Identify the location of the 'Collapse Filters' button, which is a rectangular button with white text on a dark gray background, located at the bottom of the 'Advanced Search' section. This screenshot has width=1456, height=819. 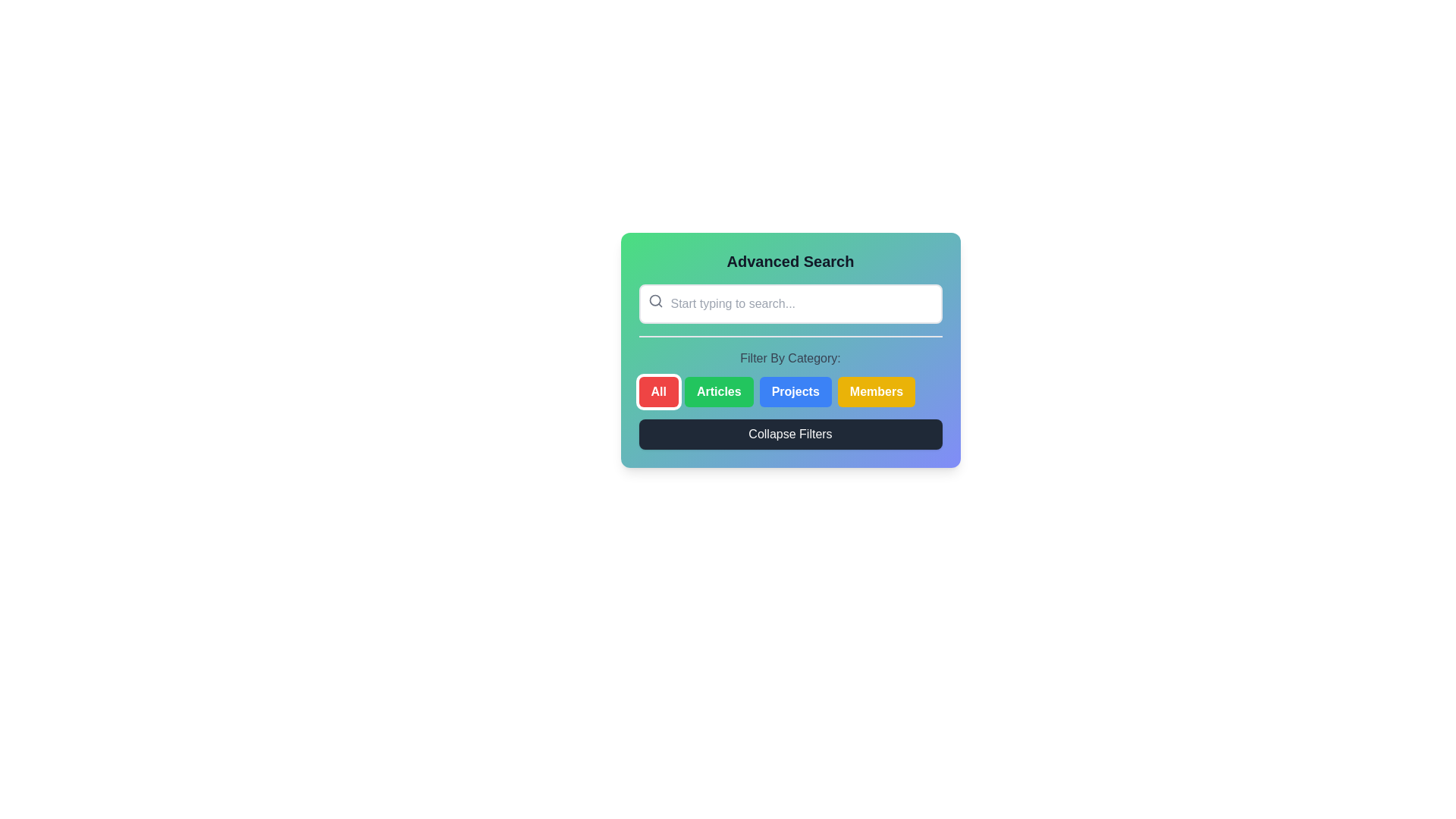
(789, 435).